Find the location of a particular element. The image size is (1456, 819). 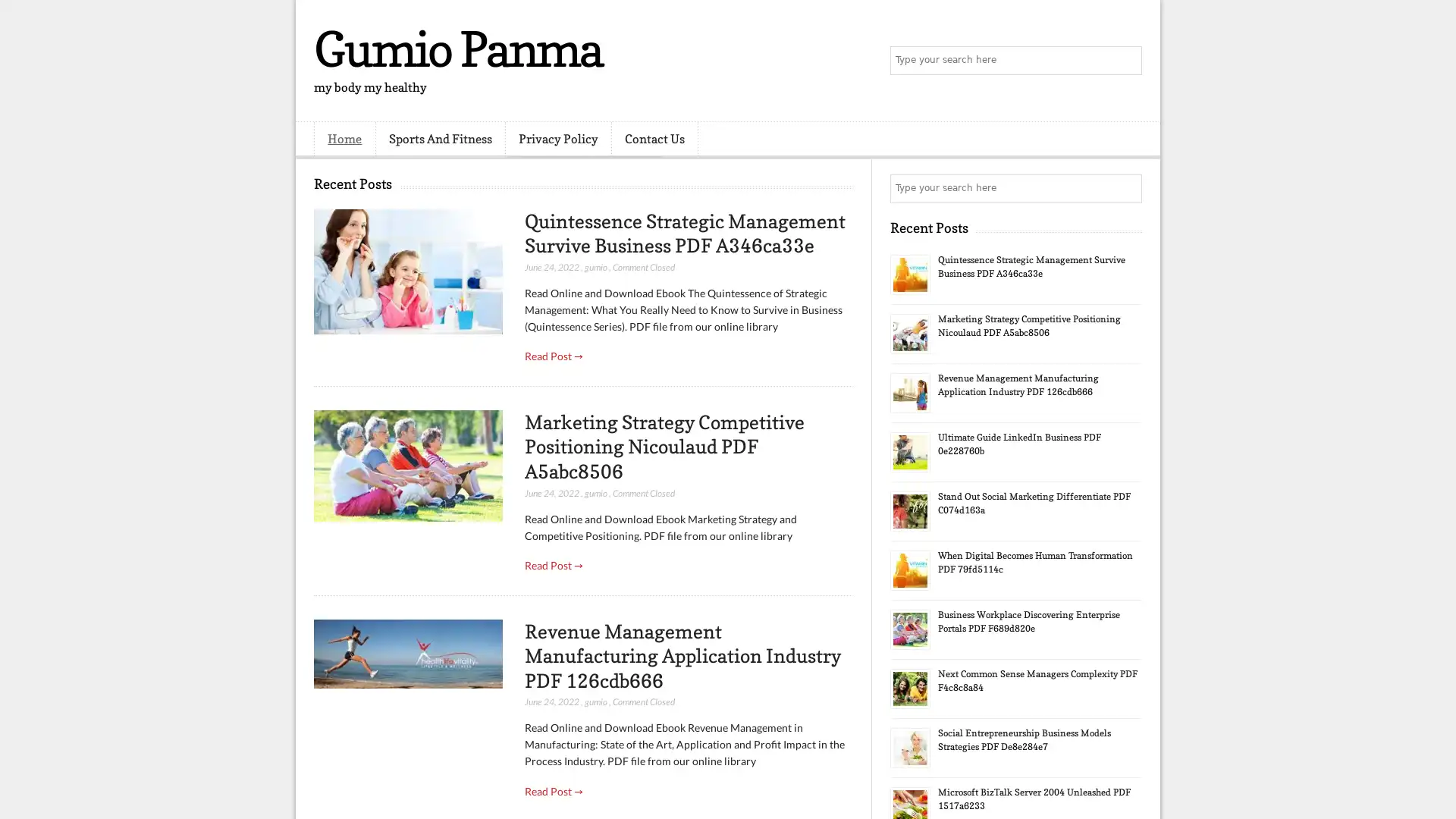

Search is located at coordinates (1126, 188).